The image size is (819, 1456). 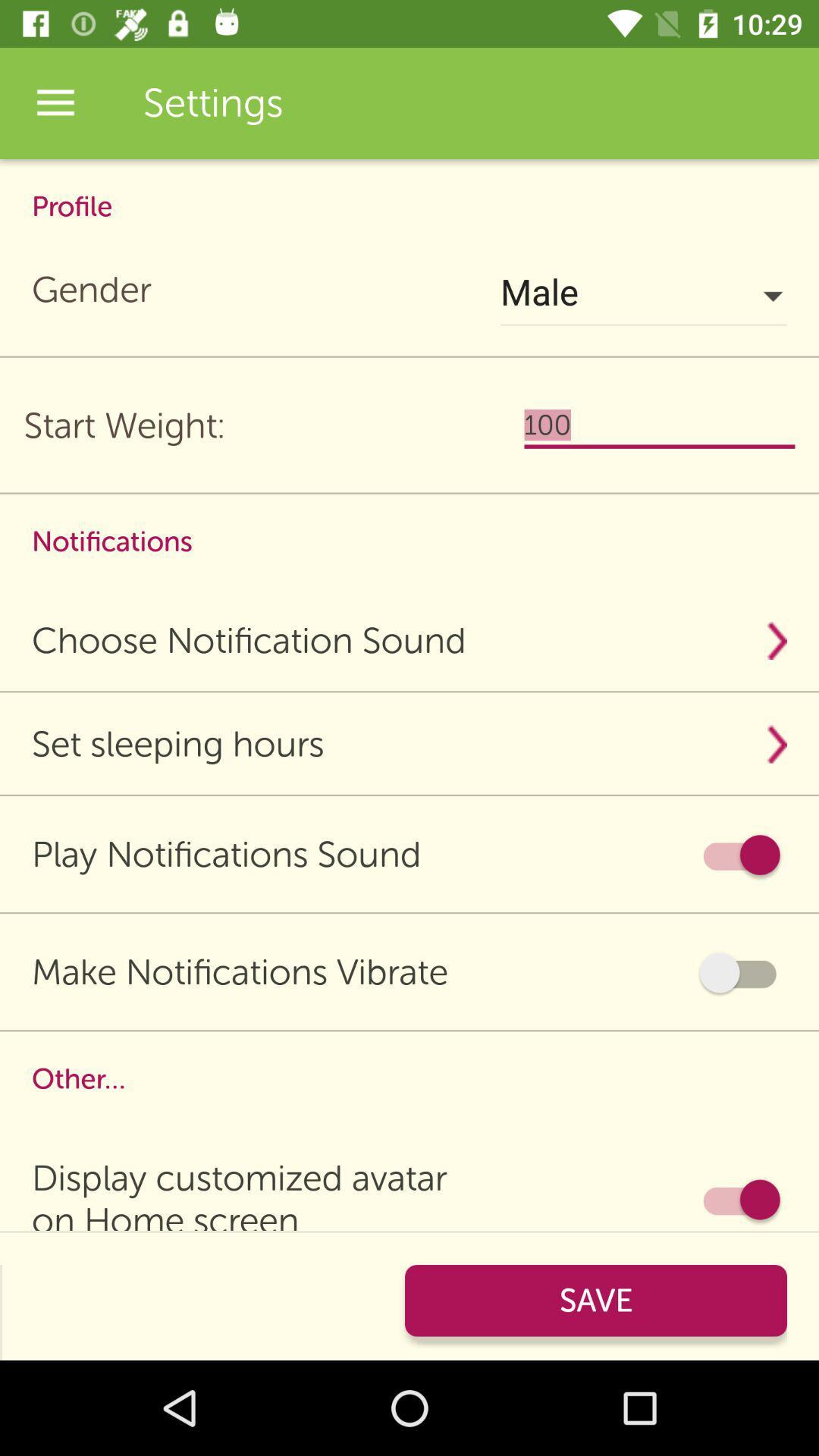 I want to click on the item below the set sleeping hours item, so click(x=739, y=855).